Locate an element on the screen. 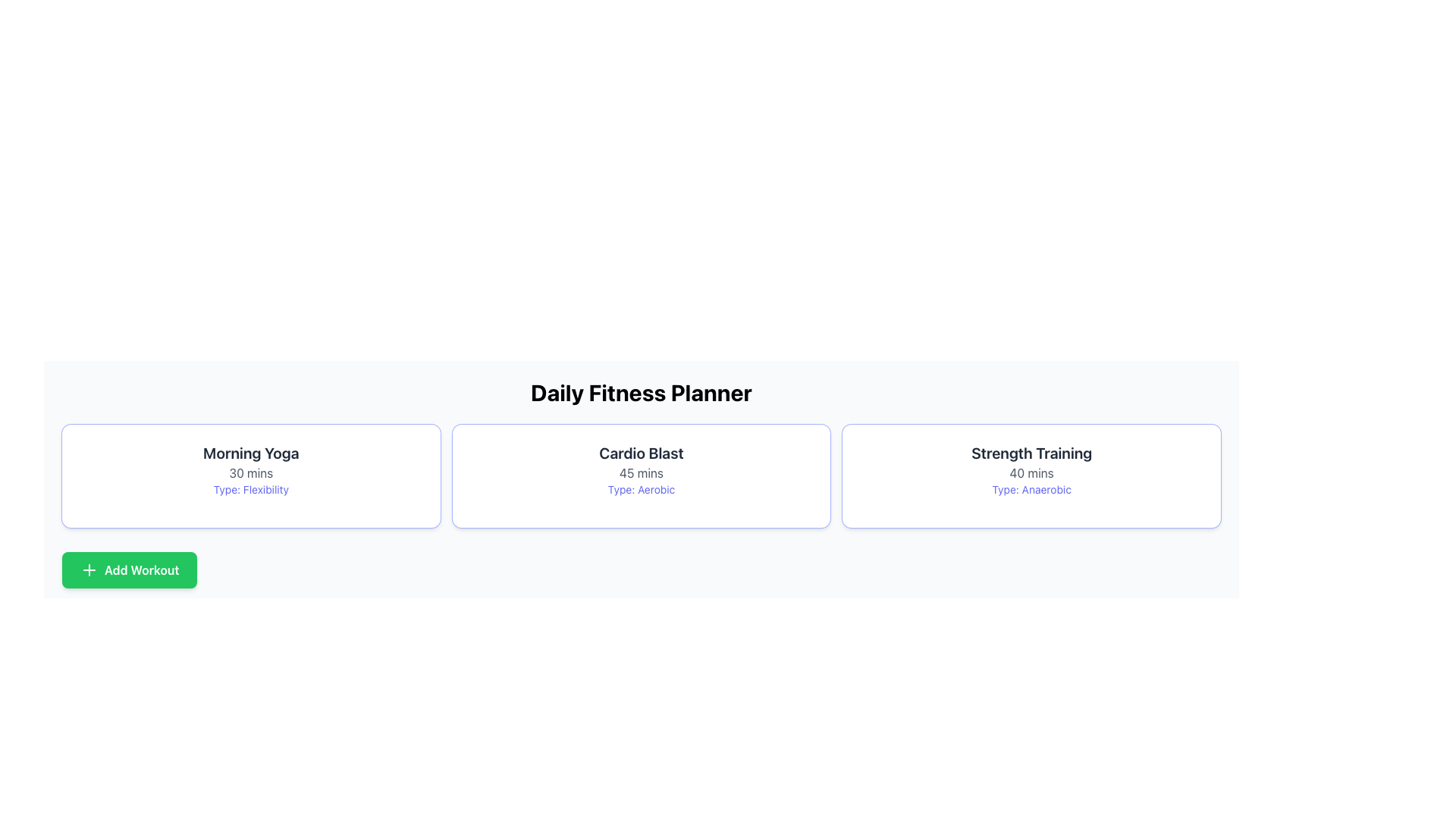 This screenshot has width=1456, height=819. the static text displaying the workout duration ('40 mins') located in the middle of three stacked text elements inside the 'Strength Training' card is located at coordinates (1031, 472).